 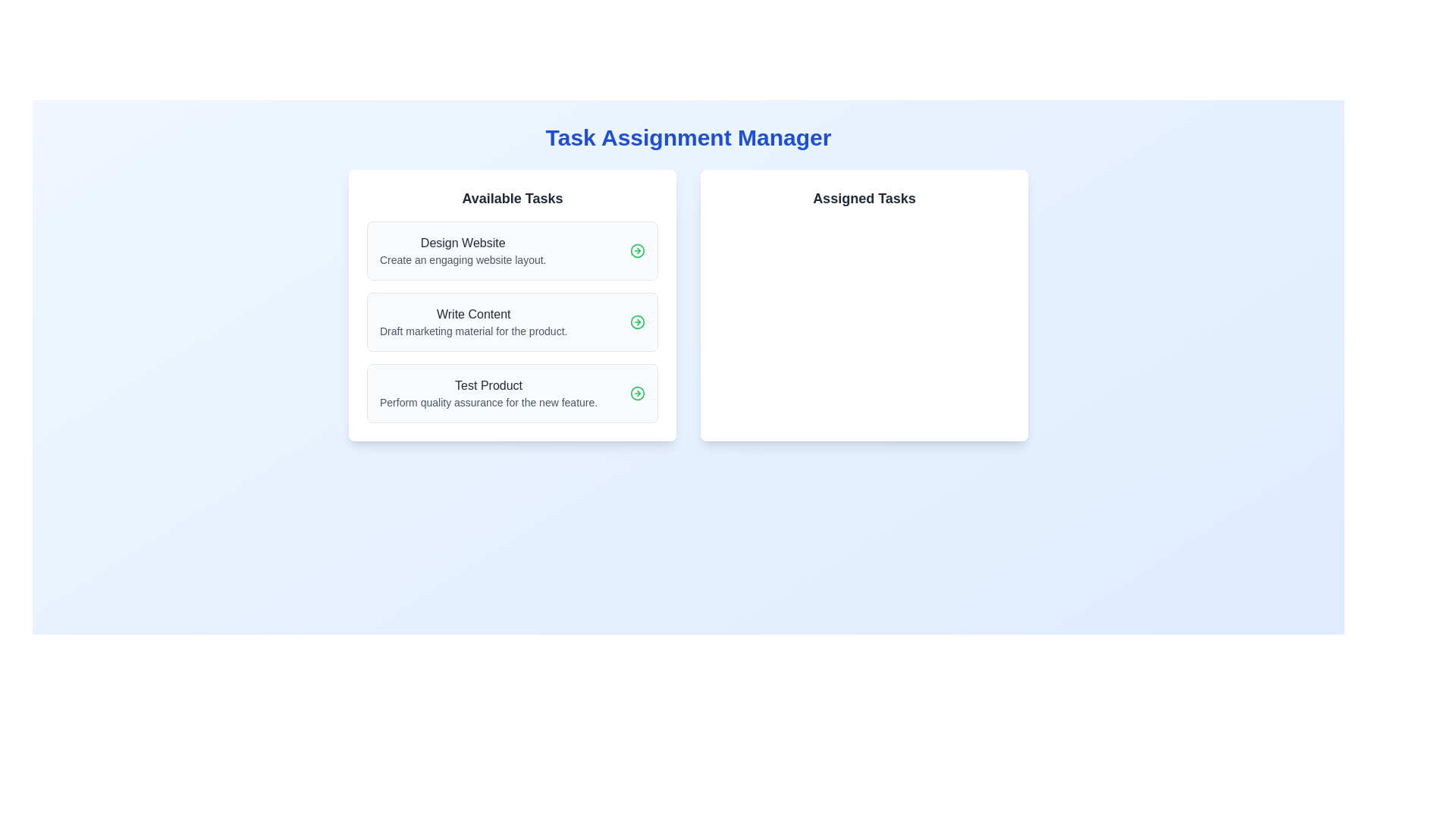 I want to click on the interactive button with an arrow icon enclosed in a circle located at the top-right corner of the 'Design Website' task card in the left panel under 'Available Tasks' to trigger visual feedback, so click(x=637, y=250).